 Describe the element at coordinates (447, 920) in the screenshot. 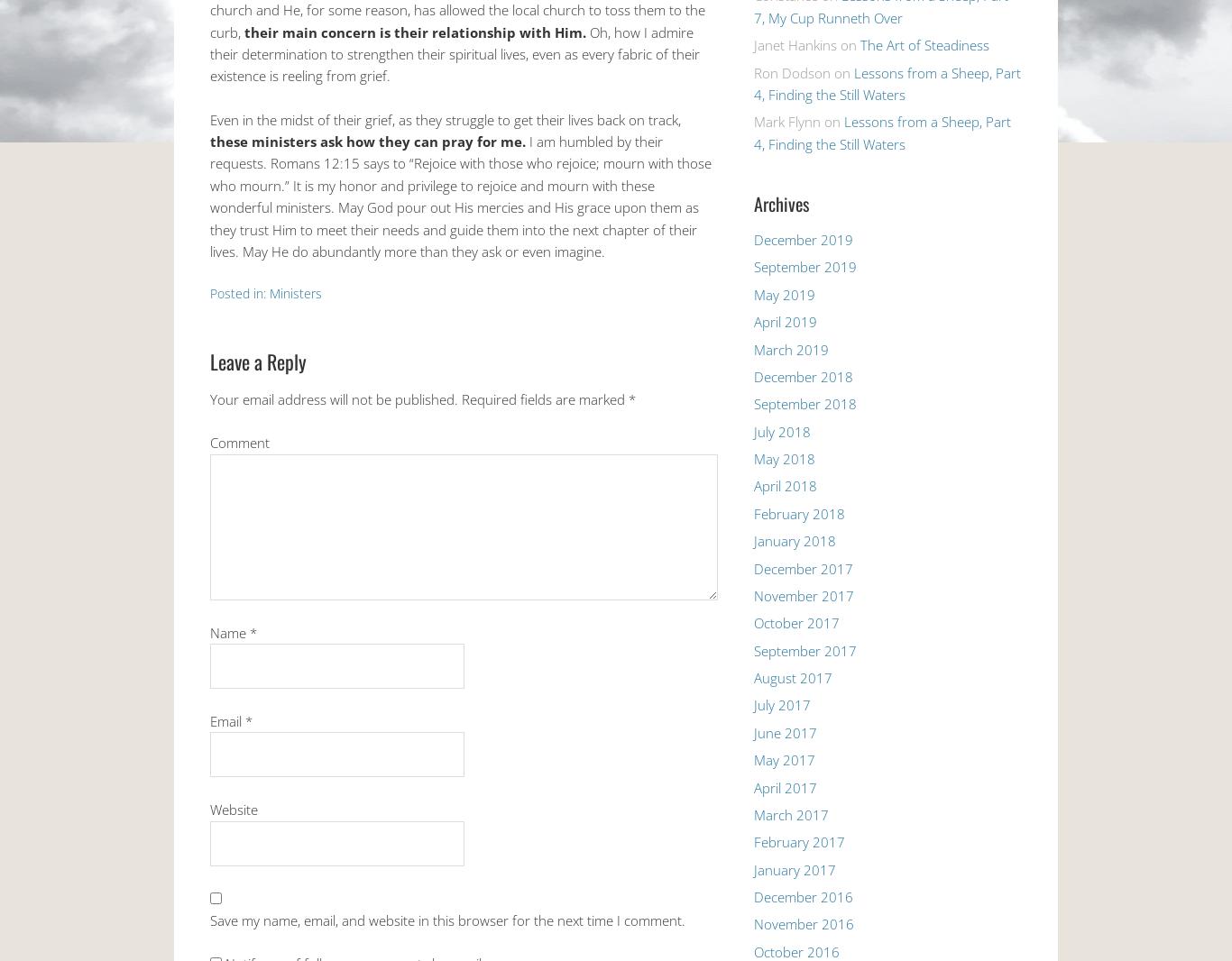

I see `'Save my name, email, and website in this browser for the next time I comment.'` at that location.